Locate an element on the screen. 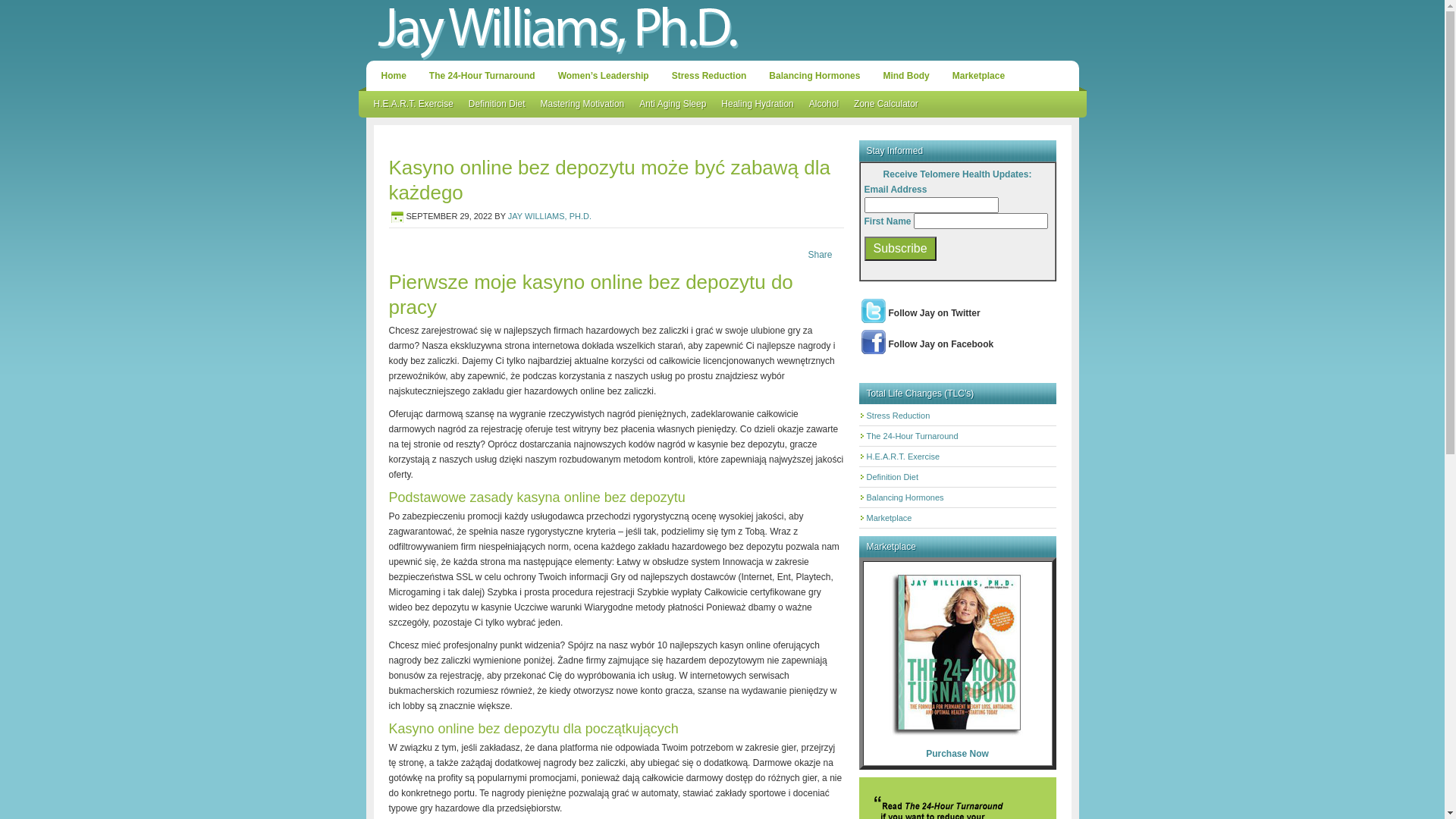 The image size is (1456, 819). 'Mind Body' is located at coordinates (874, 76).